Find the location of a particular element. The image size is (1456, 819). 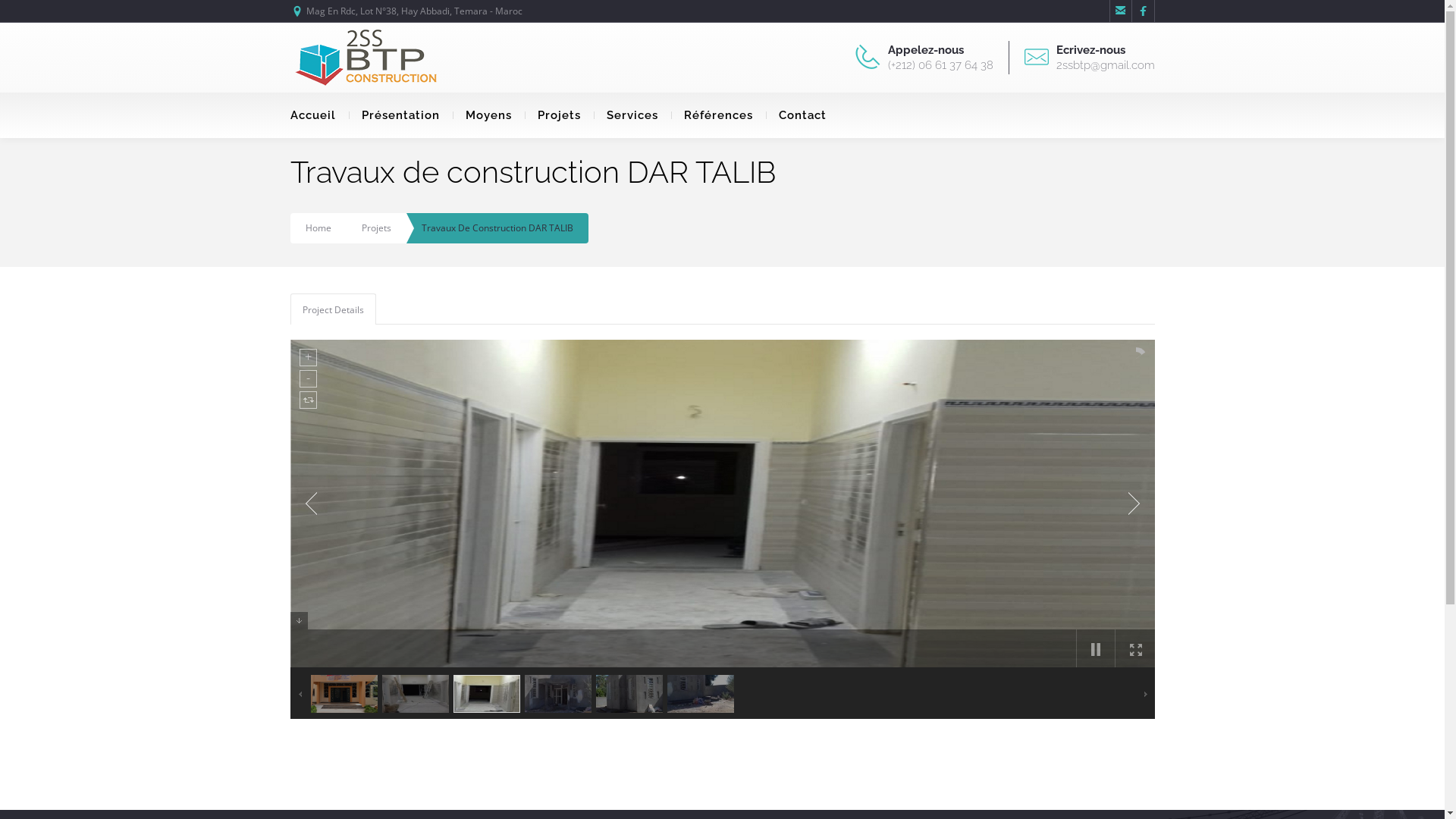

'Services' is located at coordinates (632, 114).